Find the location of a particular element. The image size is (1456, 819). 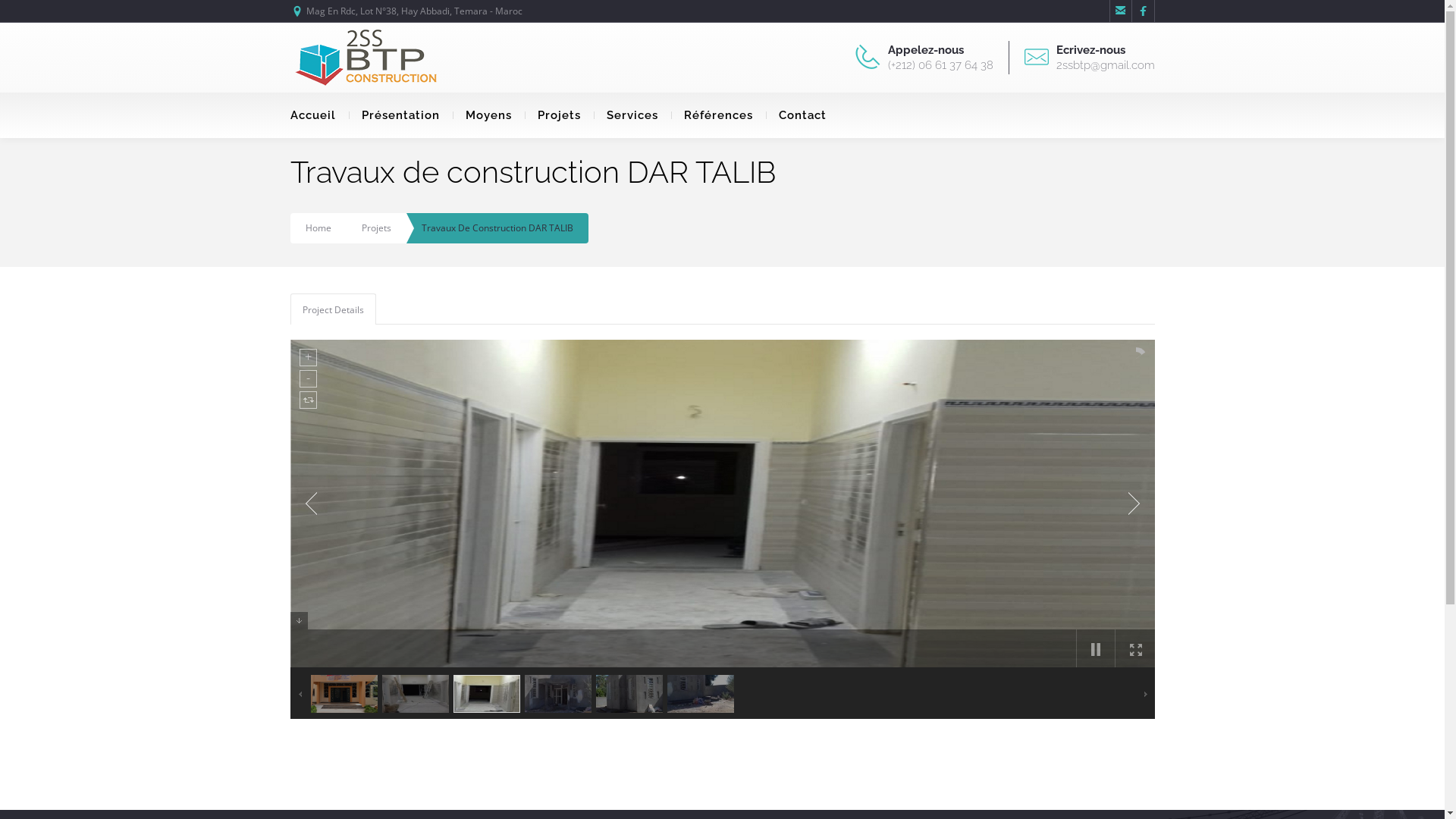

'Services' is located at coordinates (632, 114).